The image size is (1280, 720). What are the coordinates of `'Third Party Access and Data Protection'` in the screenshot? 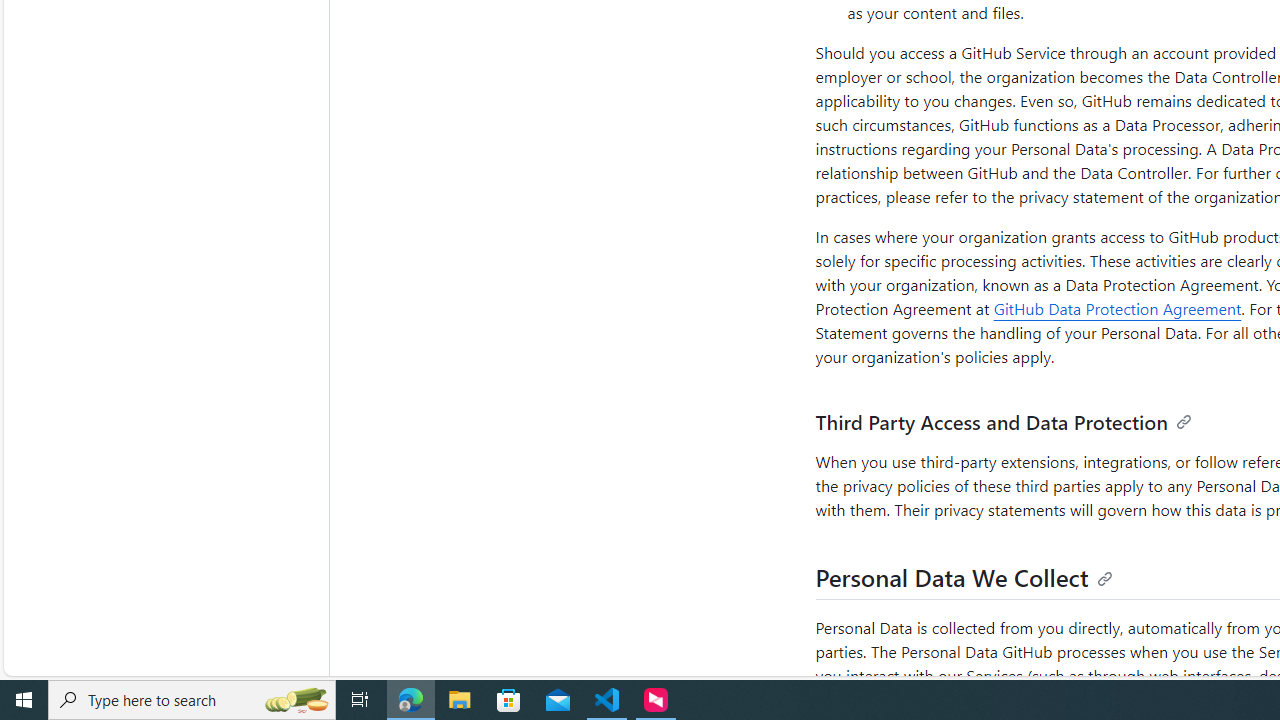 It's located at (1003, 421).